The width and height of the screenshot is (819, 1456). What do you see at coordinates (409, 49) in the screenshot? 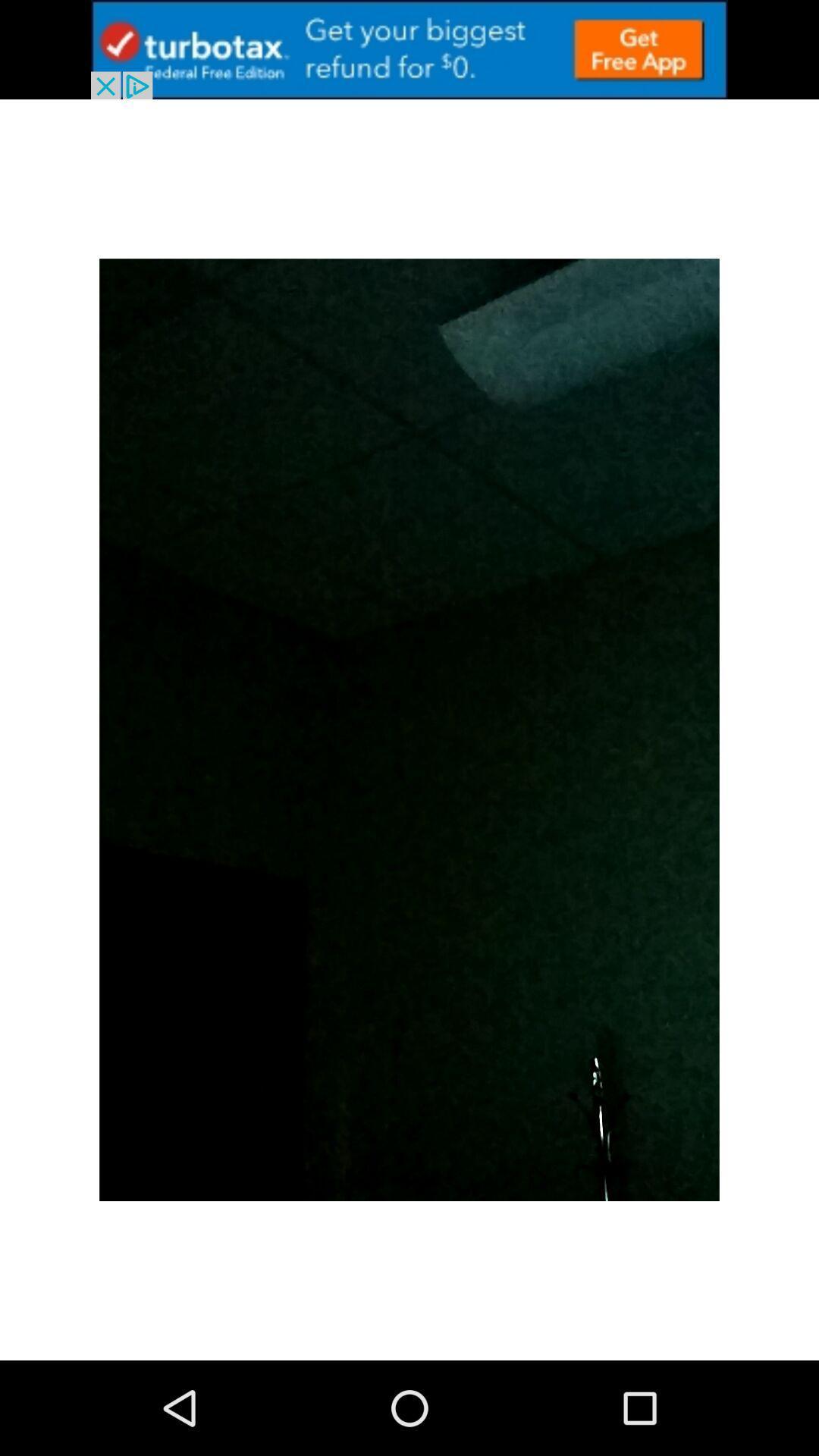
I see `advertisement link` at bounding box center [409, 49].